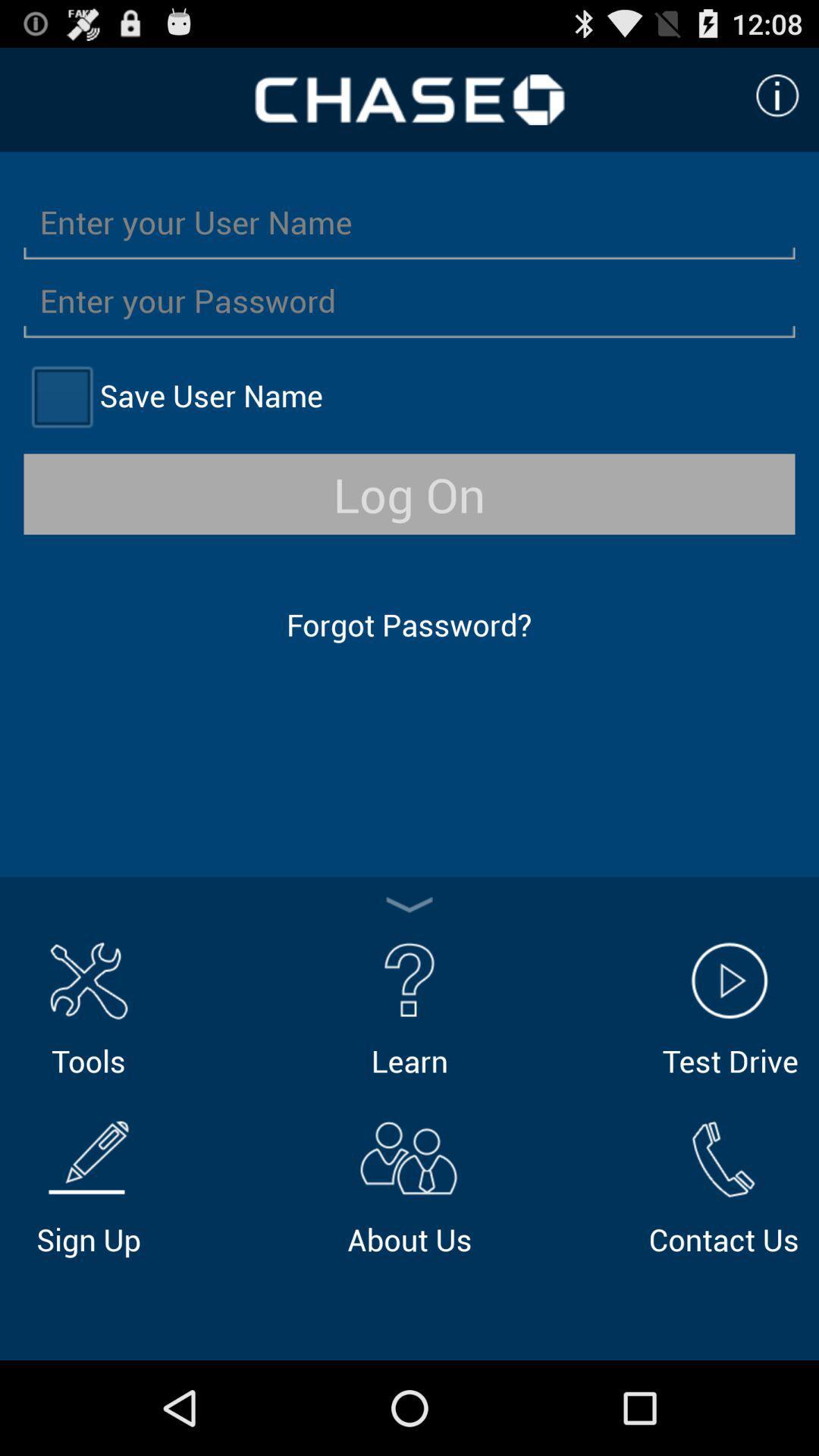 This screenshot has width=819, height=1456. What do you see at coordinates (88, 1006) in the screenshot?
I see `item above sign up` at bounding box center [88, 1006].